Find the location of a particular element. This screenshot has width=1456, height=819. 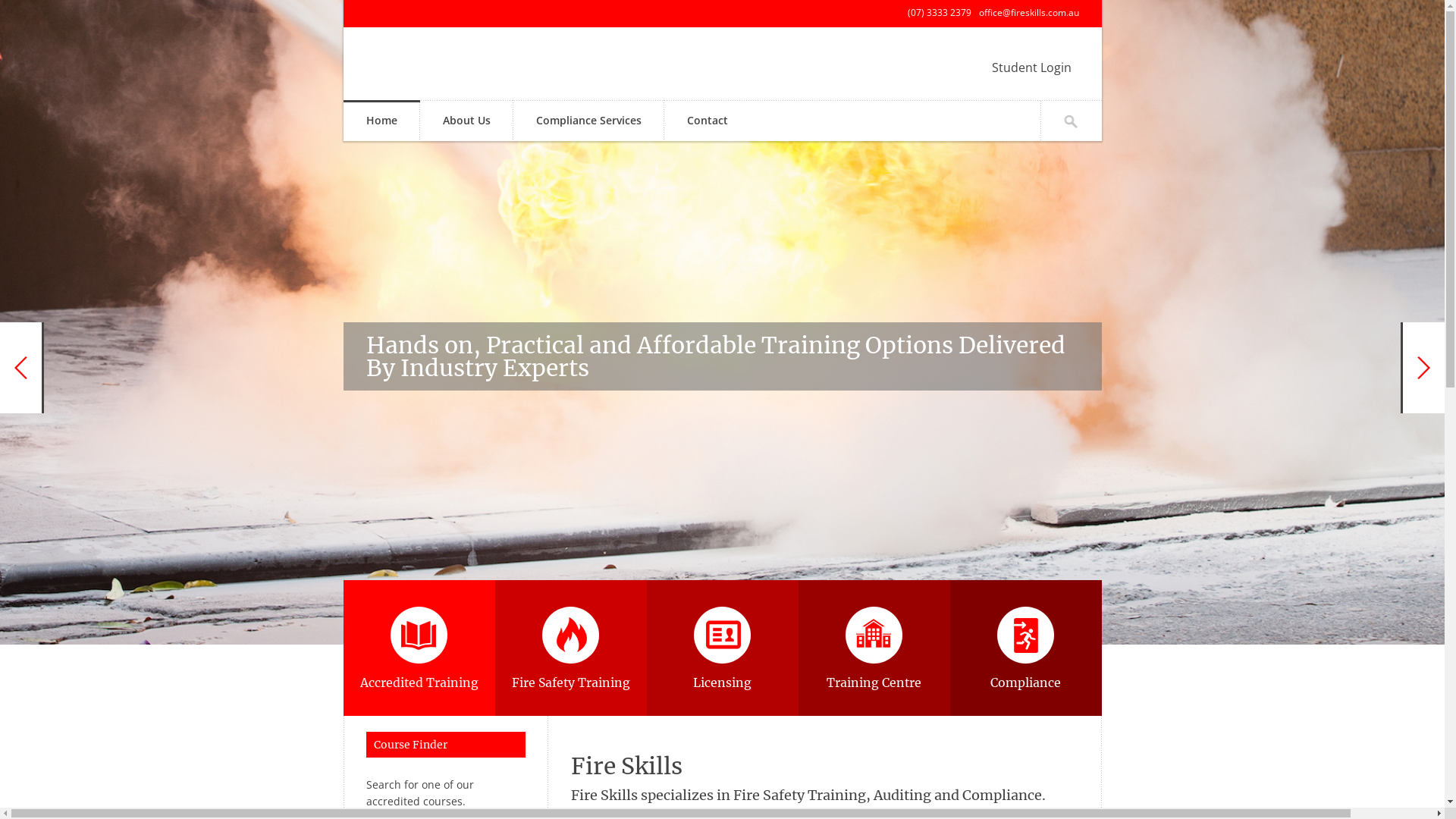

'office@fireskills.com.au' is located at coordinates (978, 12).